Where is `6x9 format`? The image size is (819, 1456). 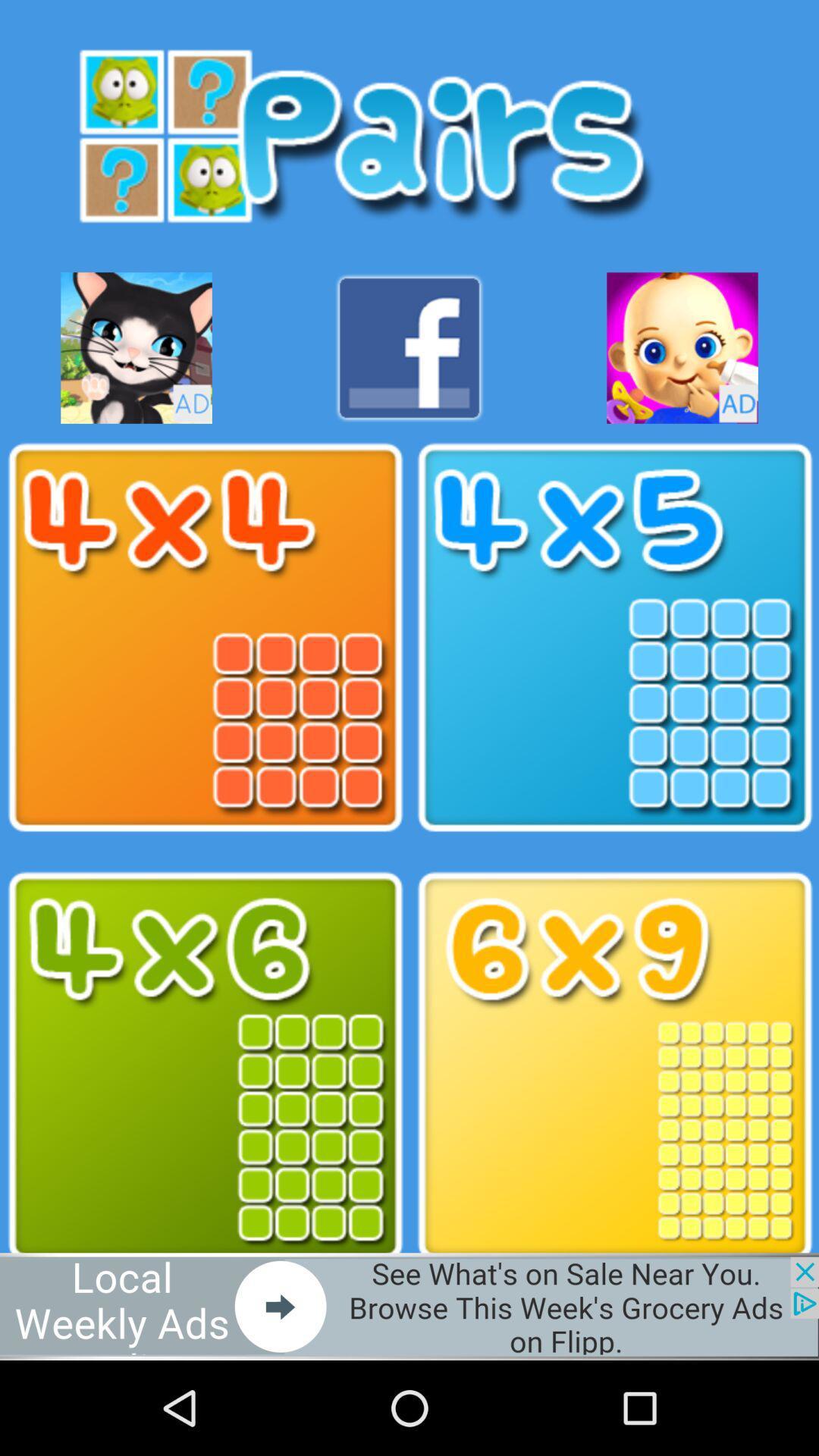 6x9 format is located at coordinates (614, 1065).